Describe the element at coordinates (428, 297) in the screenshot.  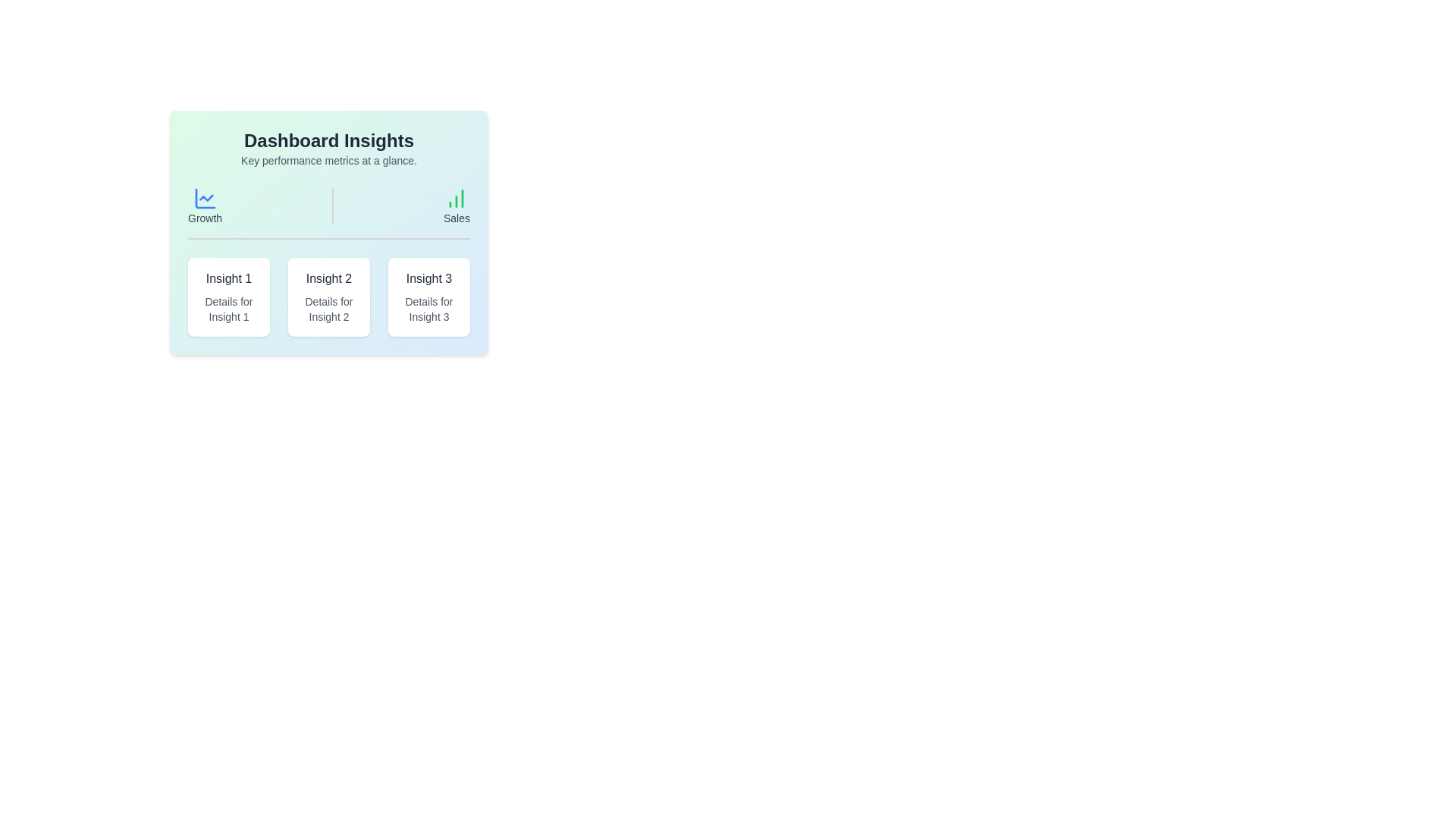
I see `the Visual card component located at the far right of a grid of three cards, below the heading 'Dashboard Insights'` at that location.